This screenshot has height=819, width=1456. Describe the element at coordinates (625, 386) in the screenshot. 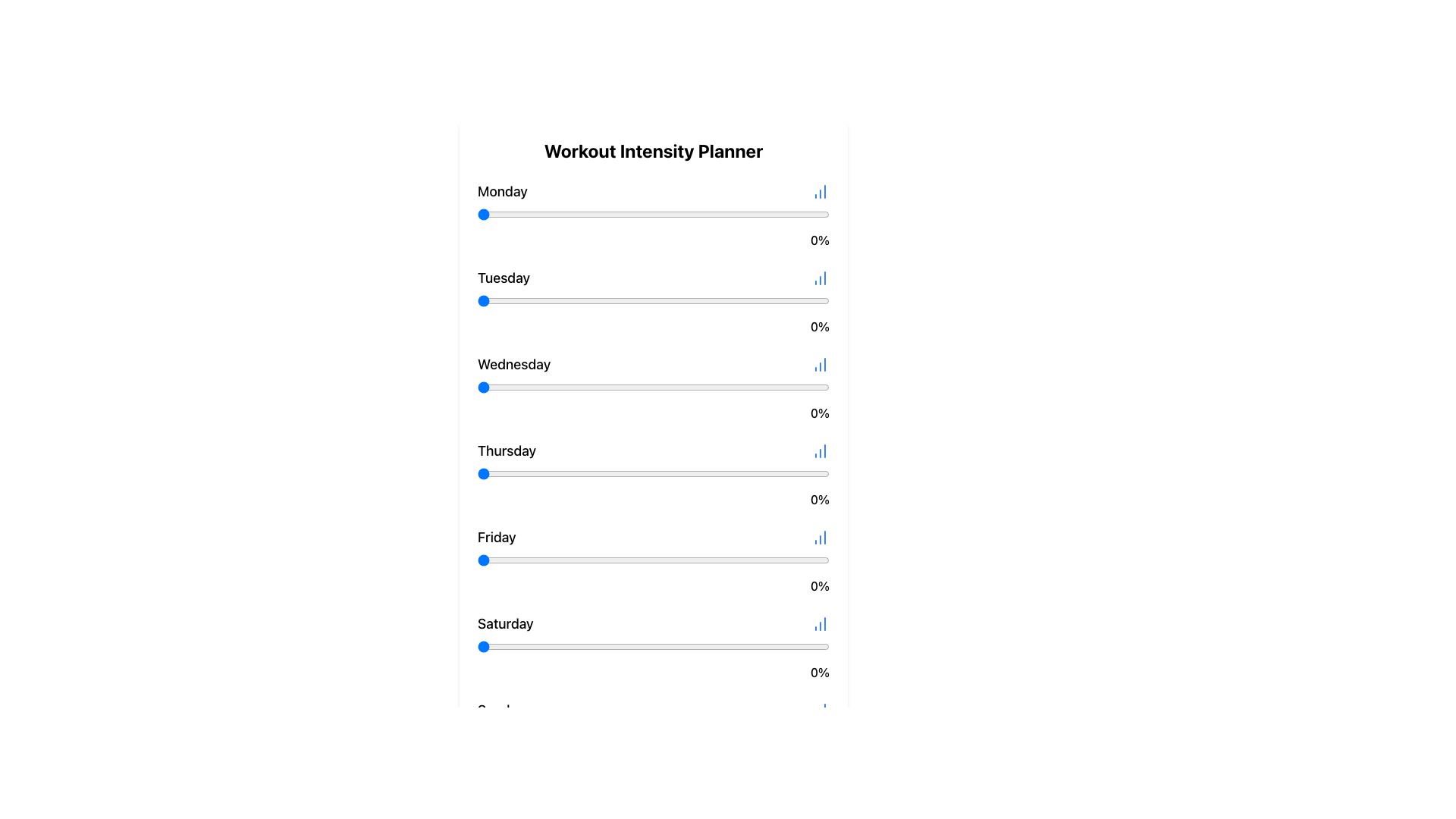

I see `the Wednesday workout intensity` at that location.